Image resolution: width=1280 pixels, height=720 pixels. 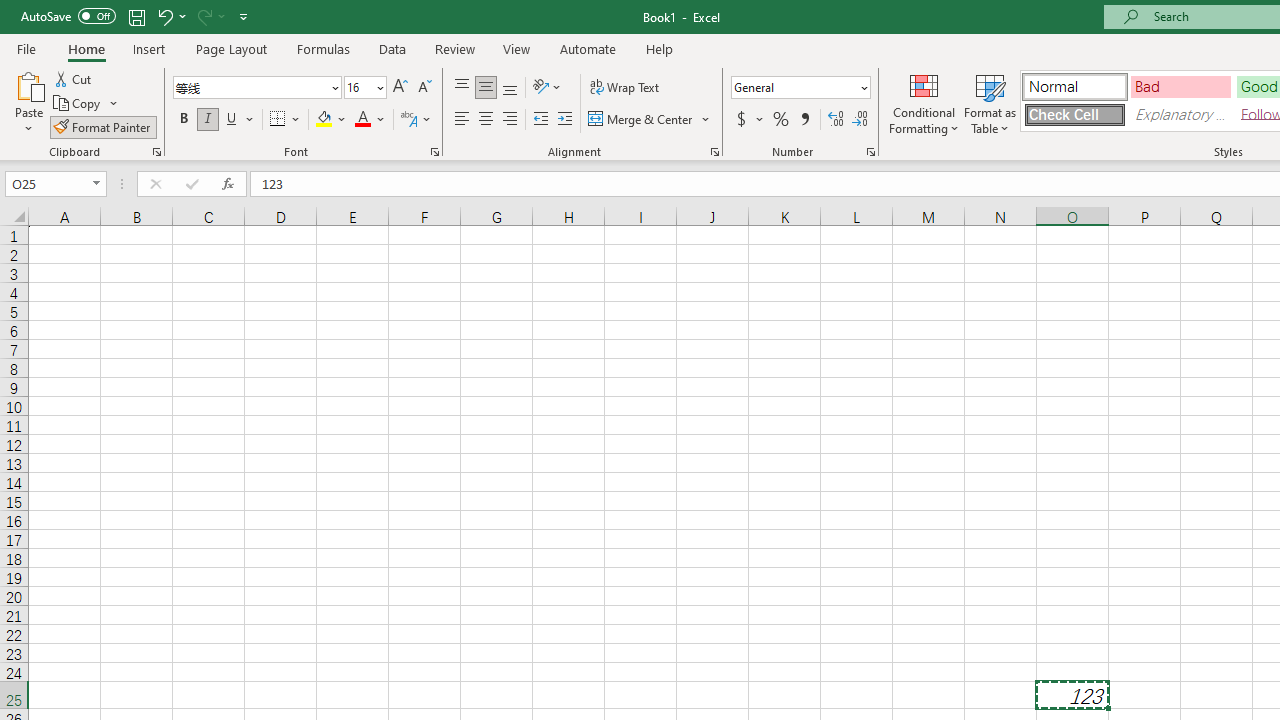 I want to click on 'Increase Decimal', so click(x=836, y=119).